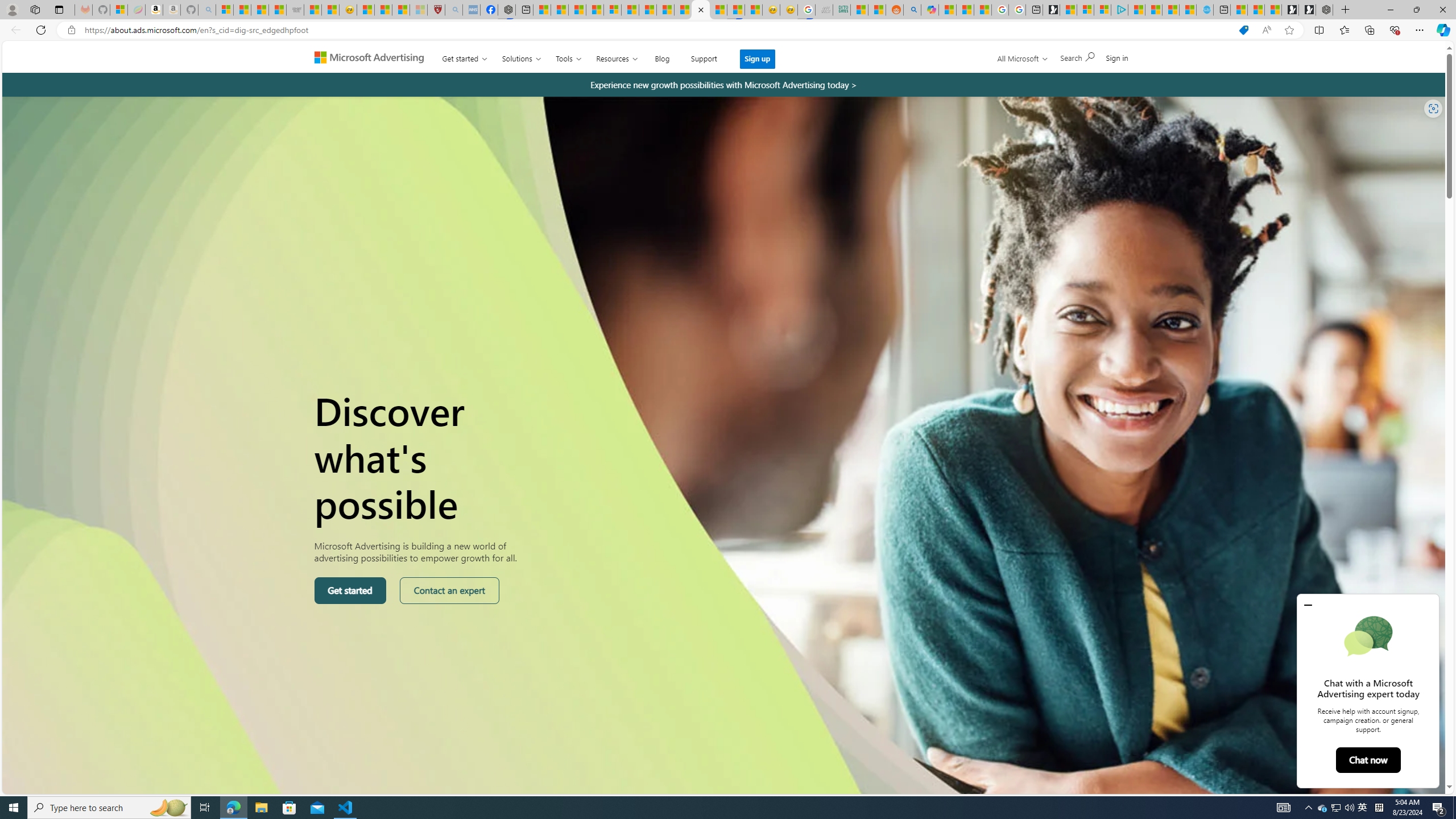 The image size is (1456, 819). I want to click on 'Combat Siege', so click(294, 9).